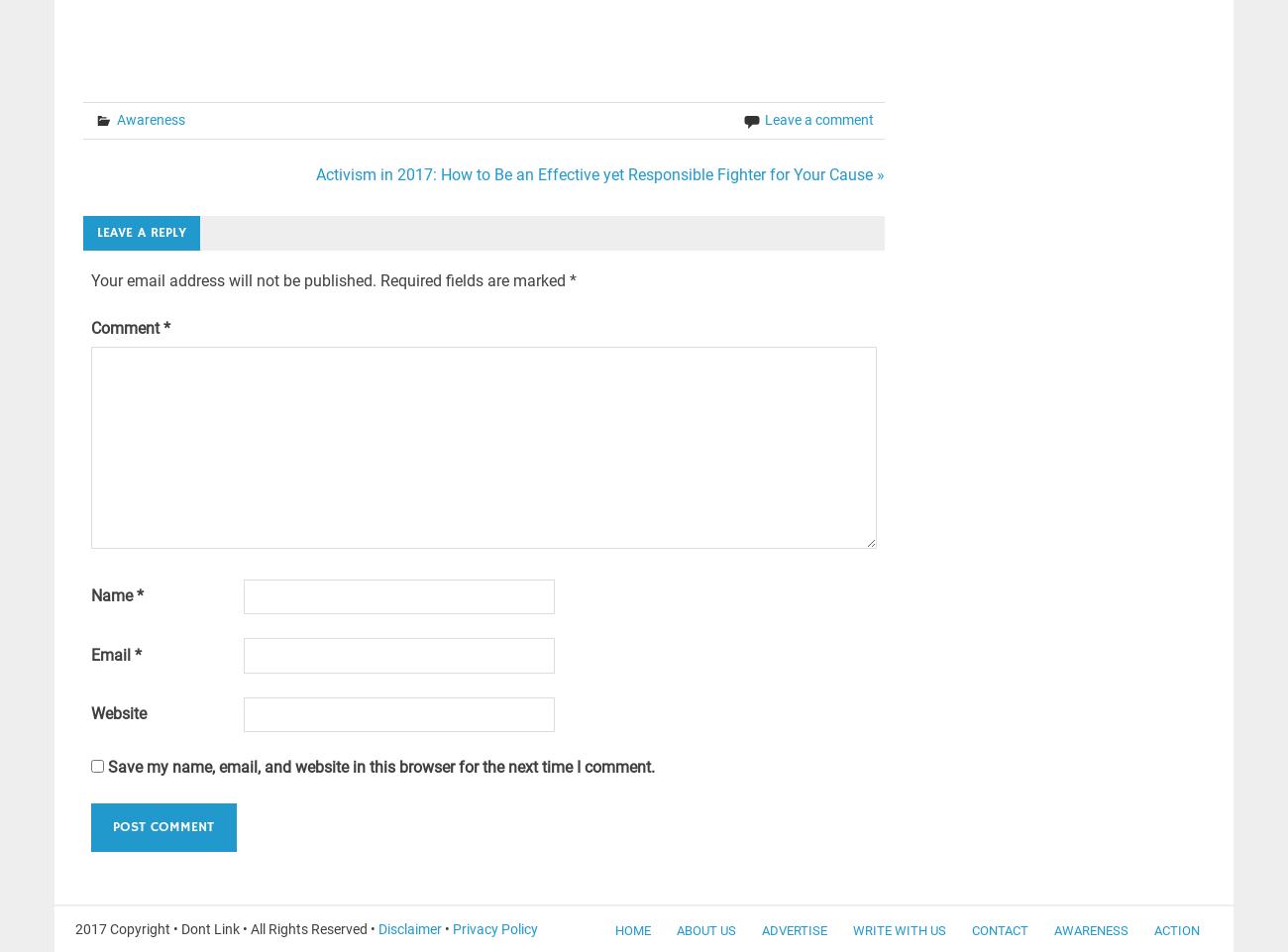 The height and width of the screenshot is (952, 1288). What do you see at coordinates (314, 174) in the screenshot?
I see `'Activism in 2017: How to Be an Effective yet Responsible Fighter for Your Cause »'` at bounding box center [314, 174].